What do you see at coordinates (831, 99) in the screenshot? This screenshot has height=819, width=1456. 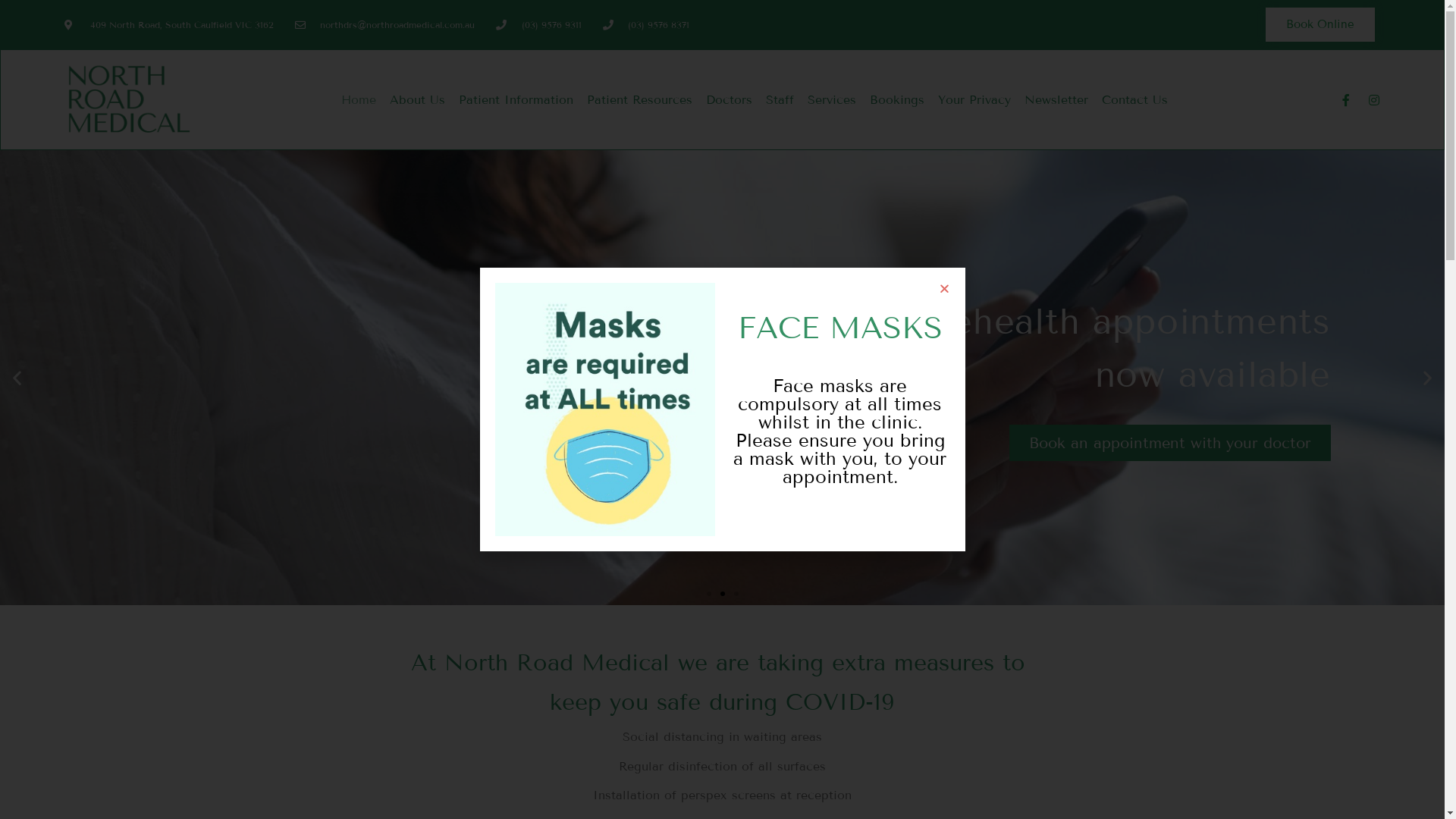 I see `'Services'` at bounding box center [831, 99].